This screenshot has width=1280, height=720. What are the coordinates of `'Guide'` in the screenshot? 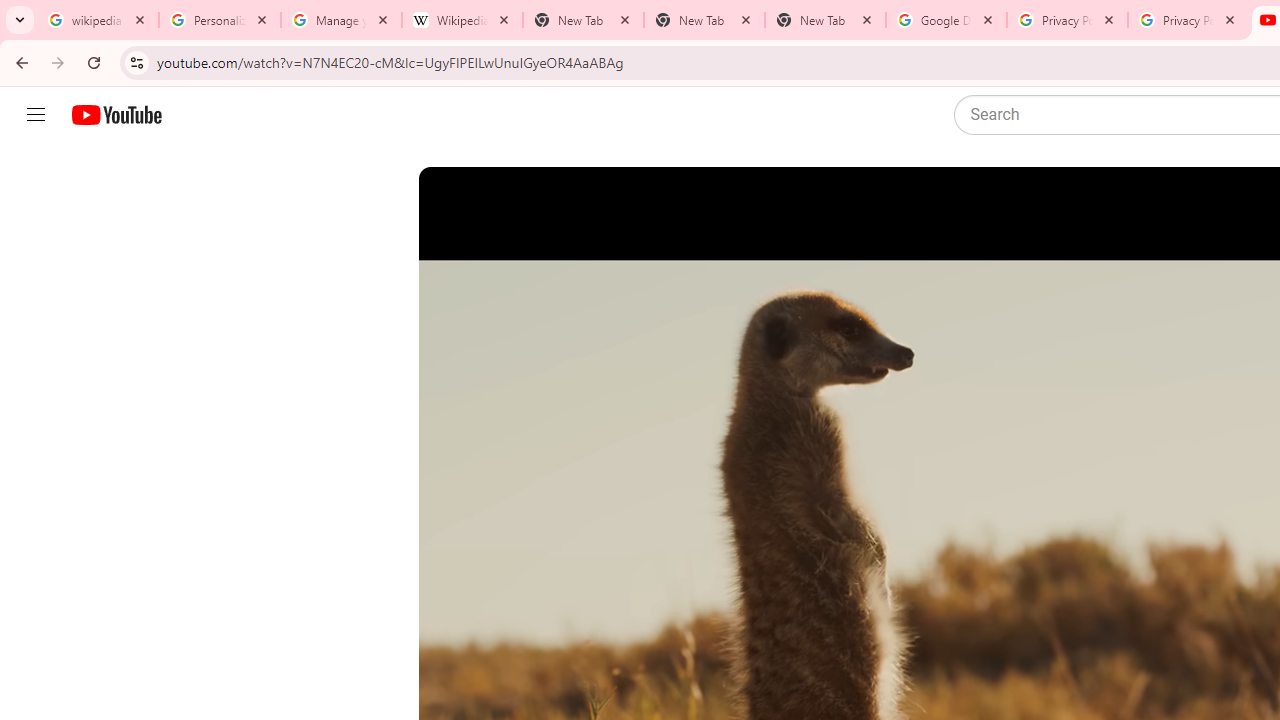 It's located at (35, 115).